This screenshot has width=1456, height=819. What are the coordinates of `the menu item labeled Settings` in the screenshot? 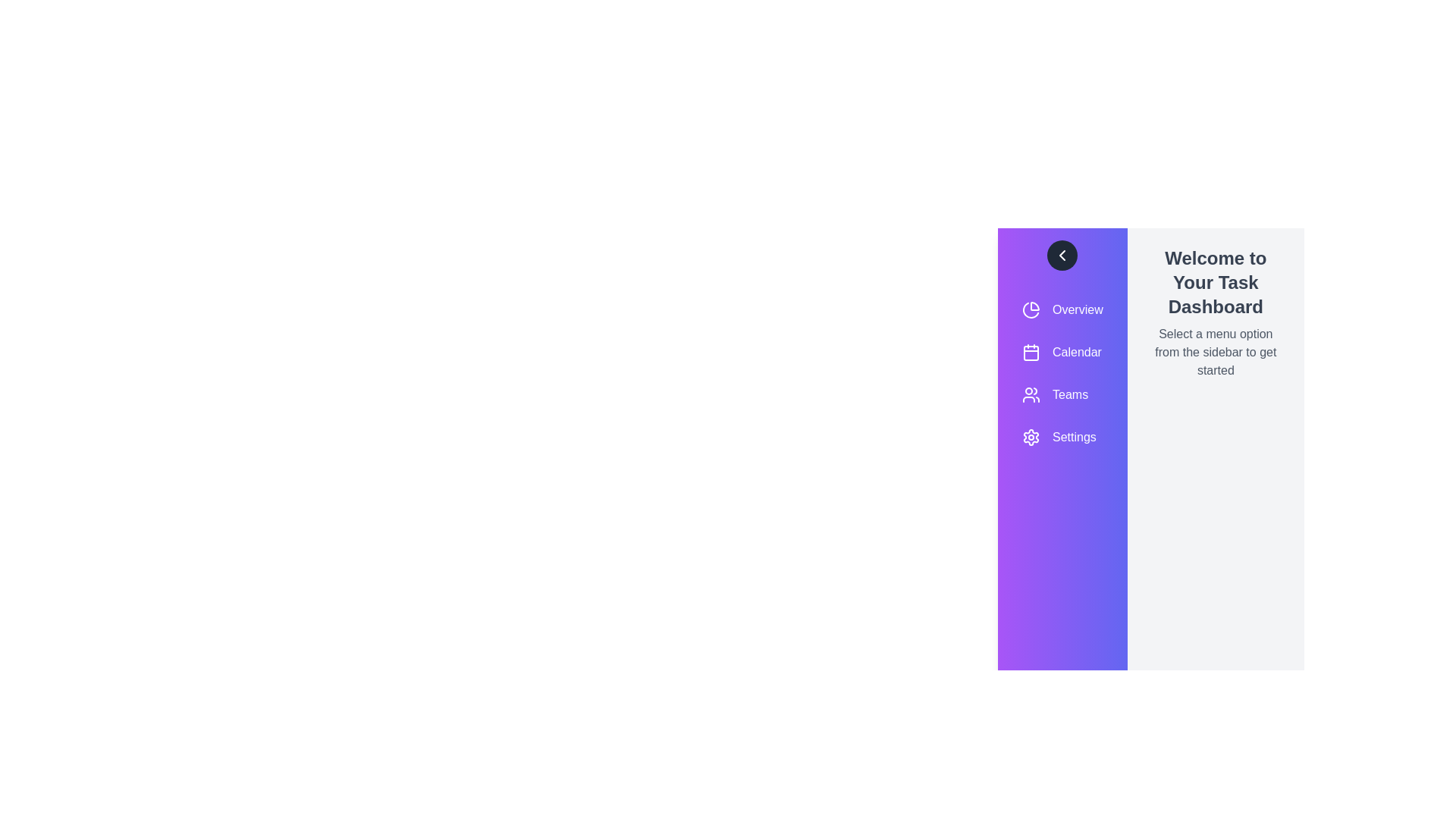 It's located at (1062, 438).